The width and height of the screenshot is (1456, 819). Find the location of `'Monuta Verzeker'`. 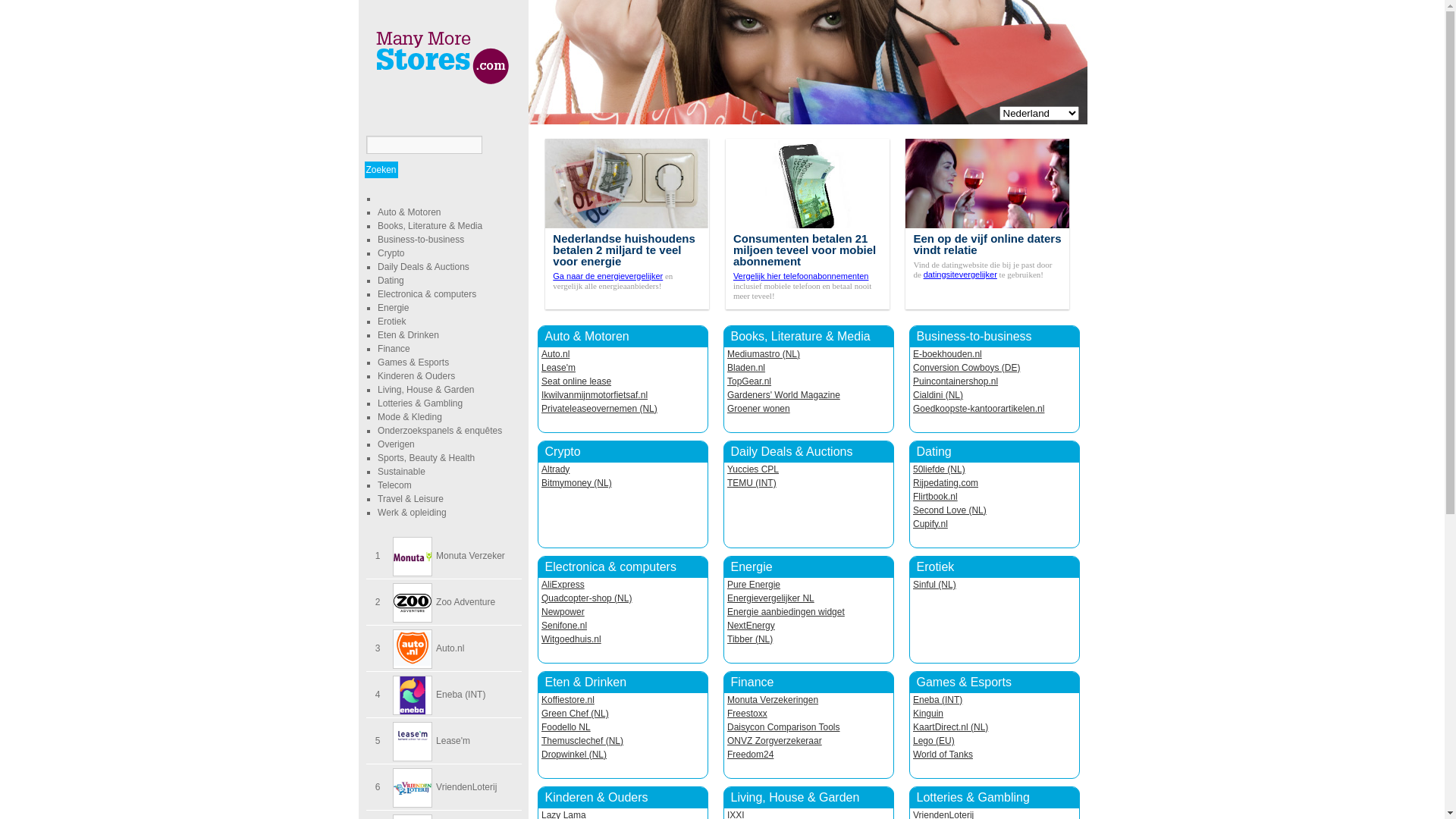

'Monuta Verzeker' is located at coordinates (469, 555).